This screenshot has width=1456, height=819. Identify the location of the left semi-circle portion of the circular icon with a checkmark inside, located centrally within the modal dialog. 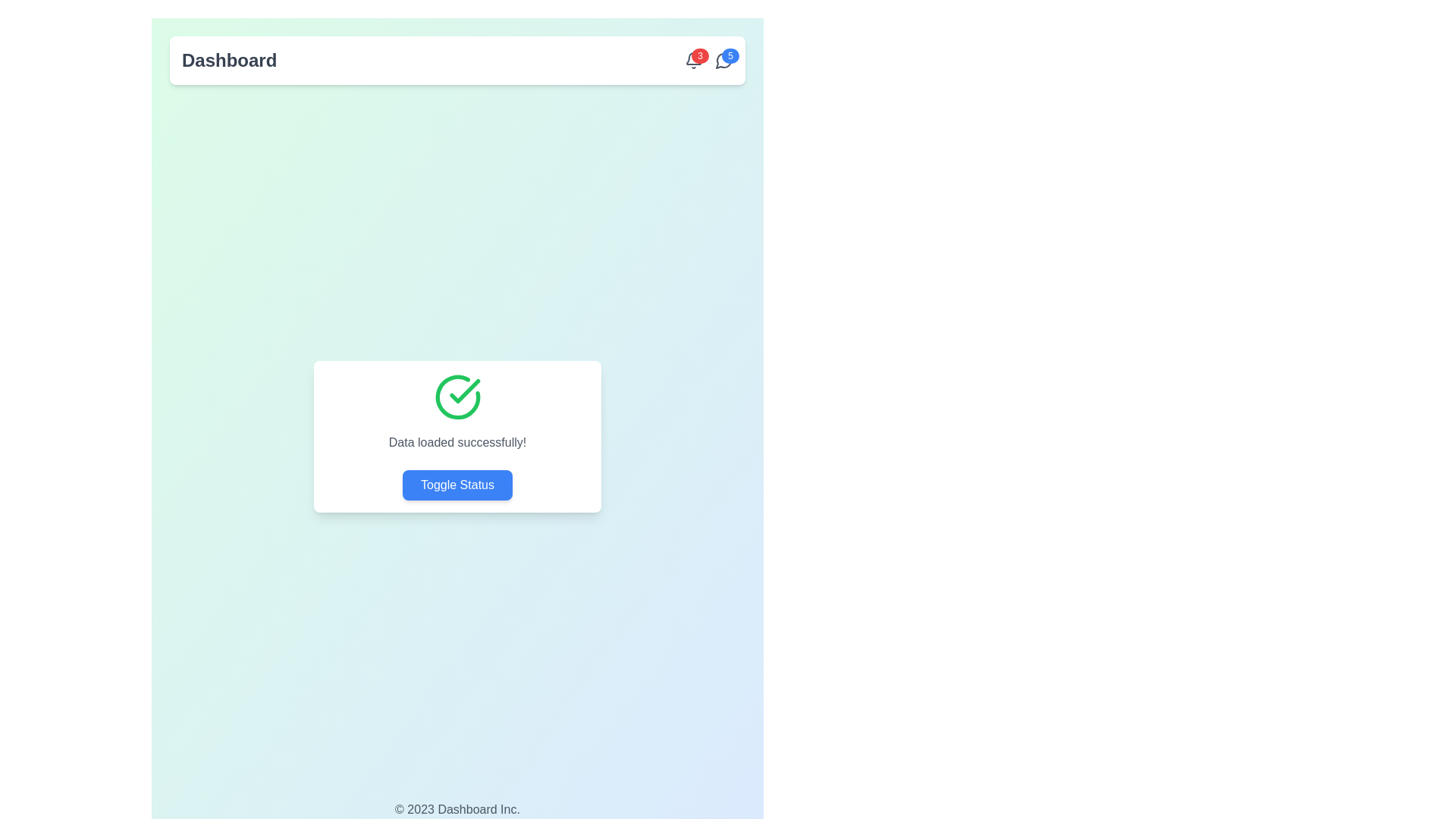
(457, 397).